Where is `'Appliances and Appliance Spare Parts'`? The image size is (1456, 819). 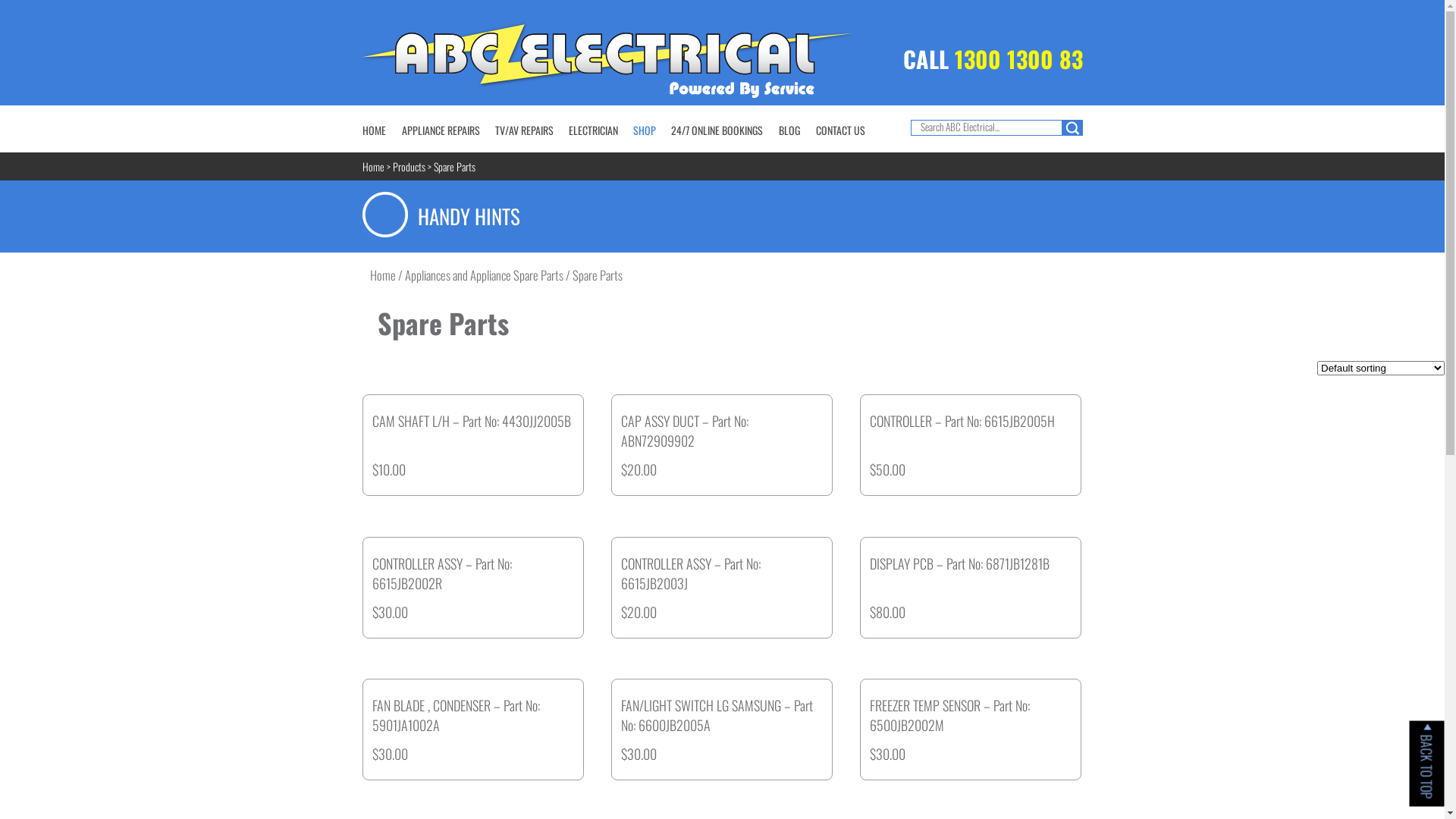 'Appliances and Appliance Spare Parts' is located at coordinates (483, 275).